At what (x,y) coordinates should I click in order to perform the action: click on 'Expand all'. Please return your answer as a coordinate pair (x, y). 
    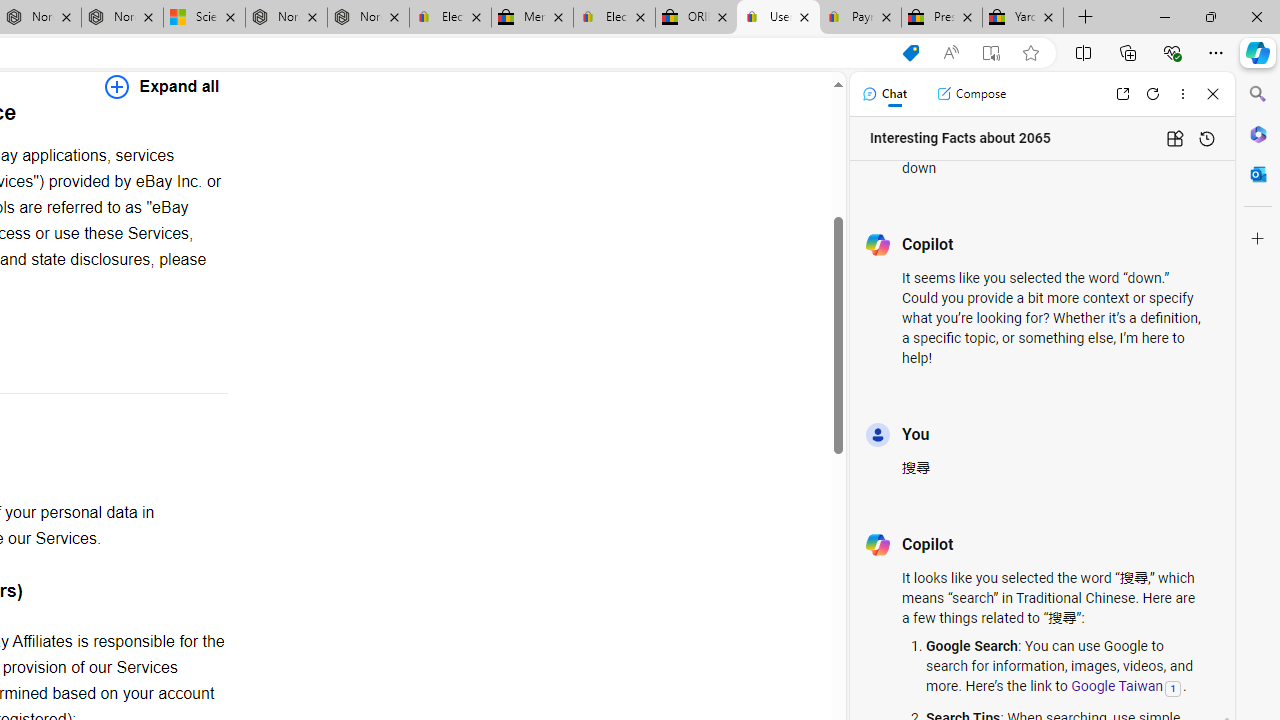
    Looking at the image, I should click on (162, 85).